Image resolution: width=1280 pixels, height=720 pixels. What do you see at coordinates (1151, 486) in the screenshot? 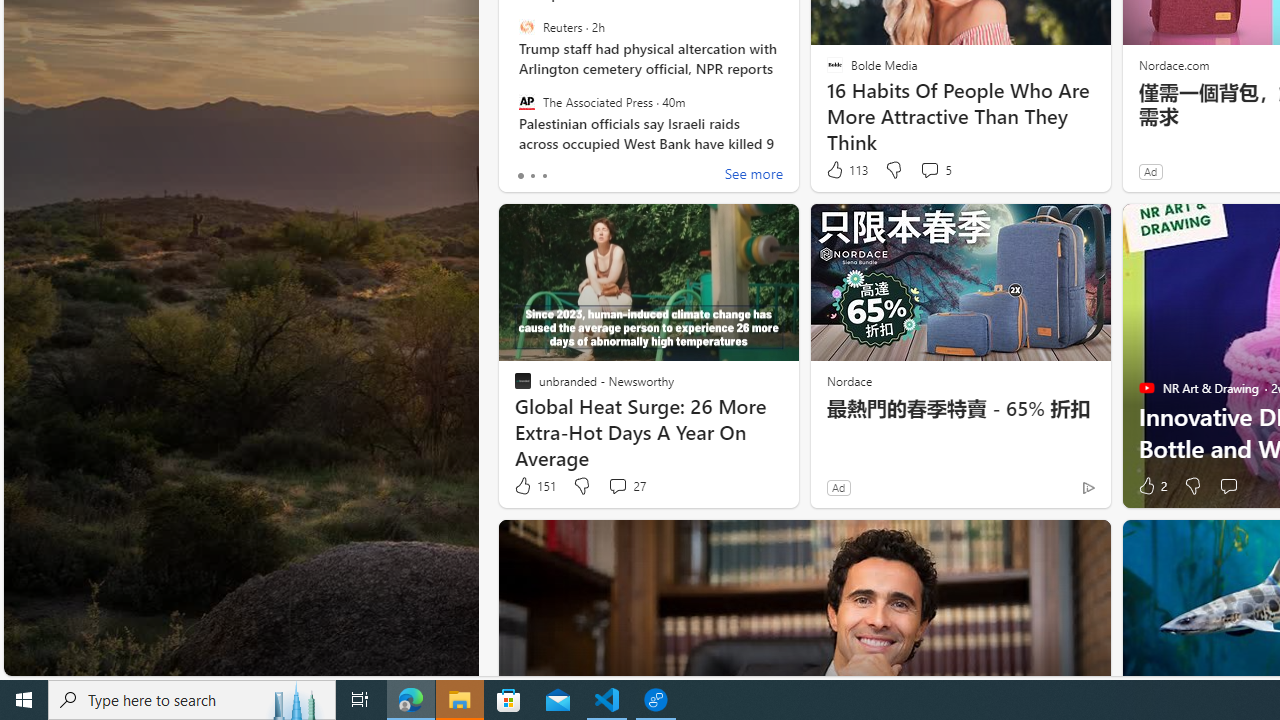
I see `'2 Like'` at bounding box center [1151, 486].